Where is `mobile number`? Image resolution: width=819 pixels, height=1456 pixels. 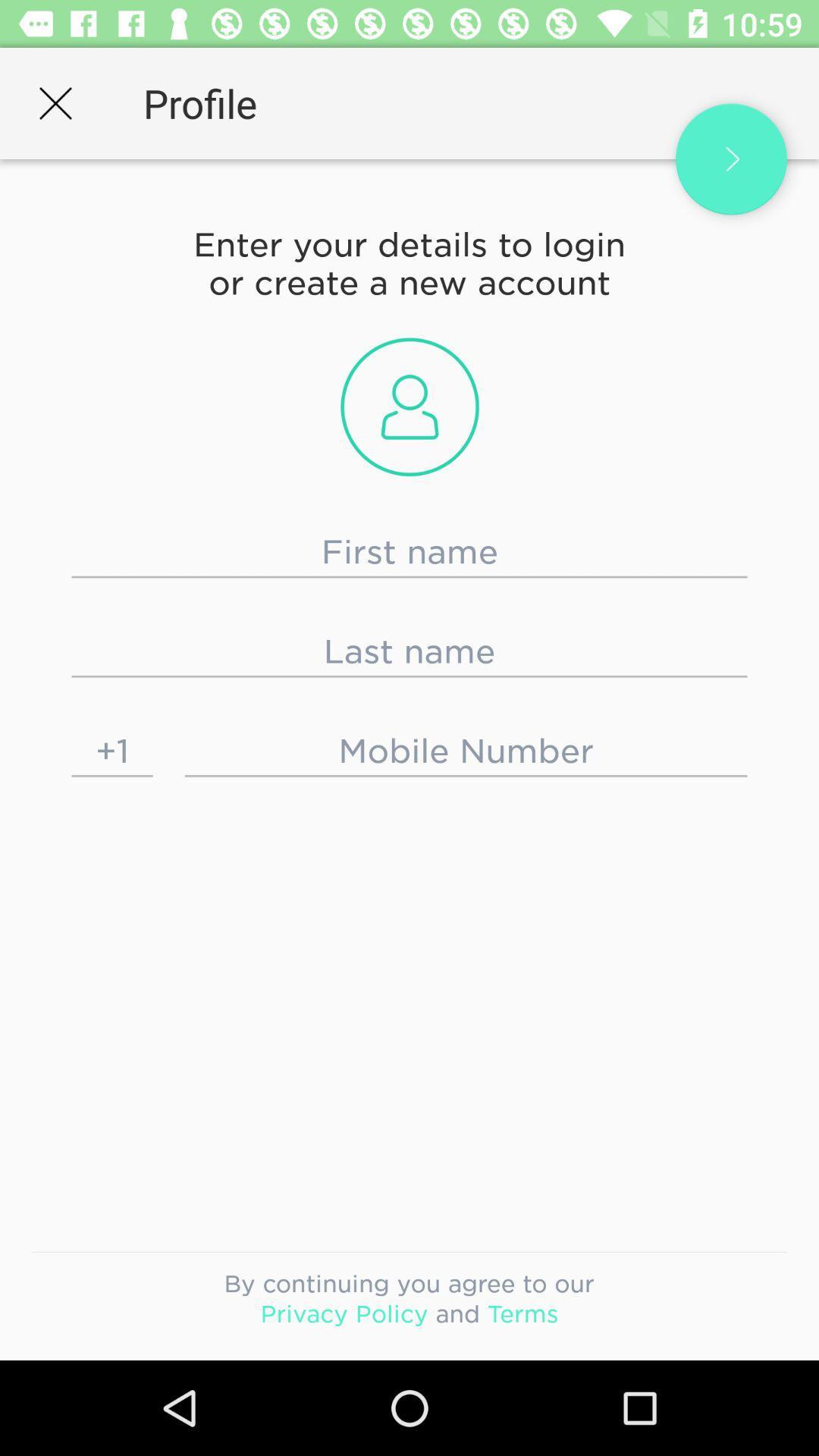
mobile number is located at coordinates (465, 751).